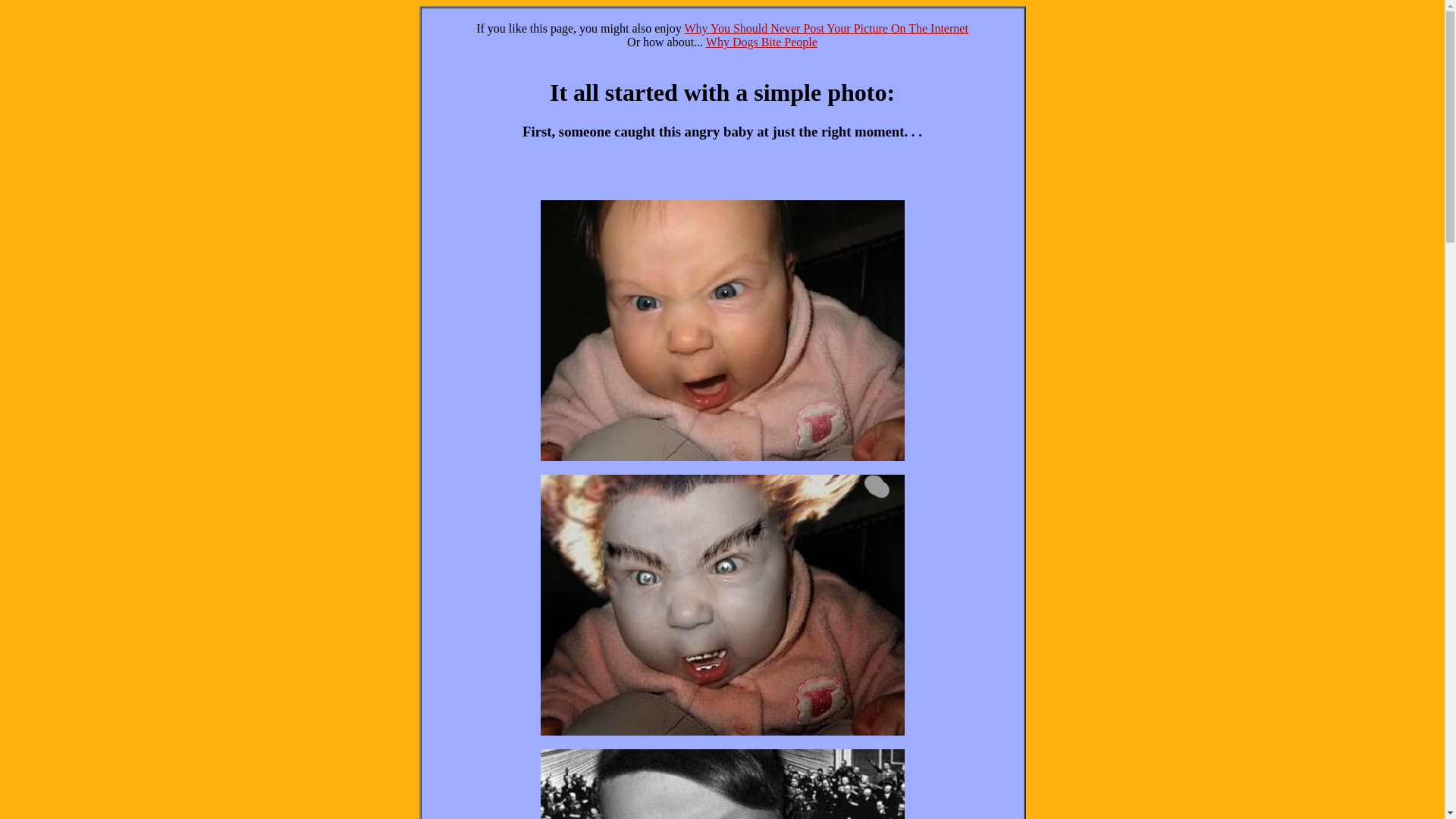 The height and width of the screenshot is (819, 1456). Describe the element at coordinates (761, 41) in the screenshot. I see `'Why Dogs Bite People'` at that location.